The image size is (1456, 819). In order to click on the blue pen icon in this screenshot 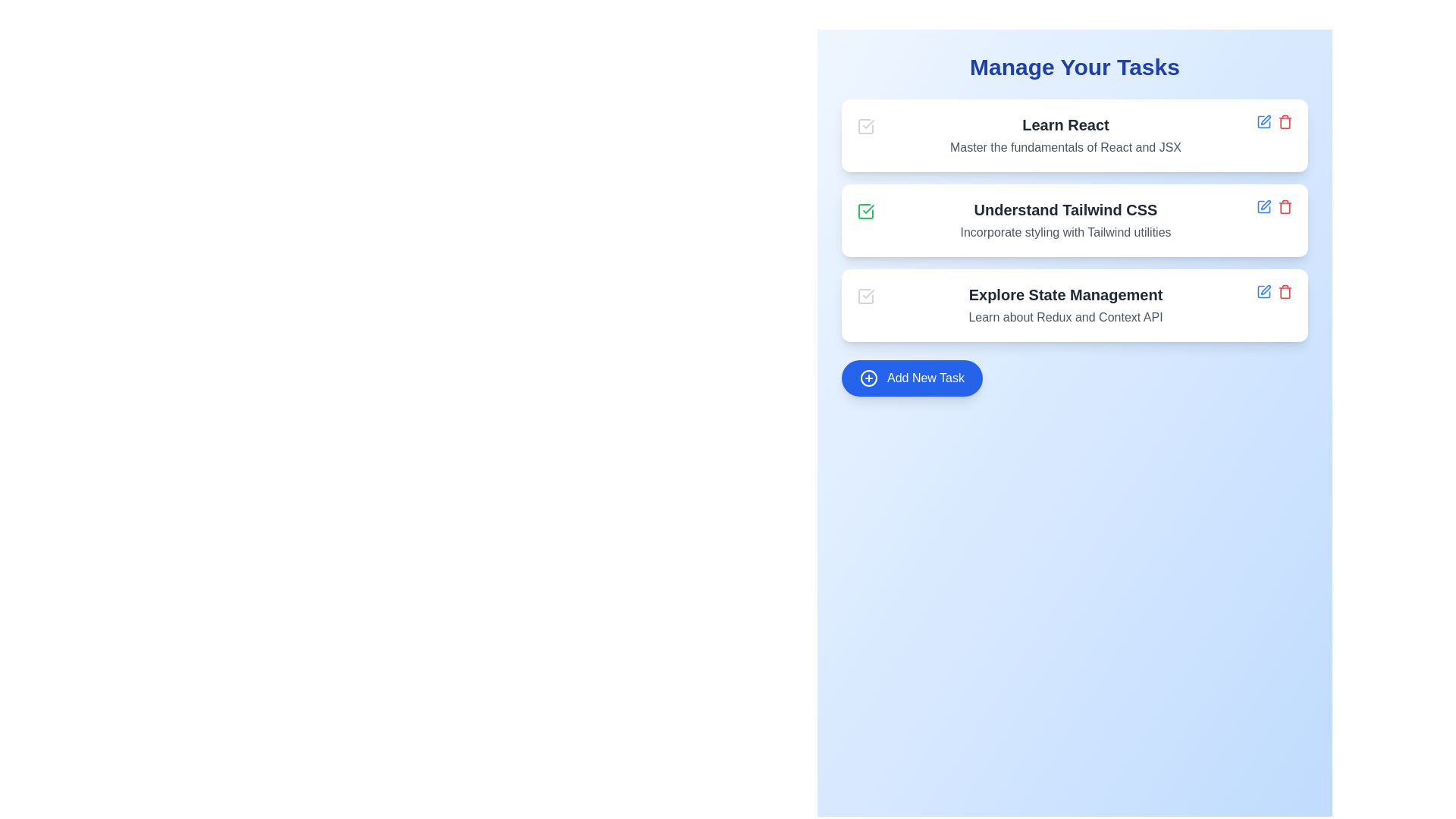, I will do `click(1263, 207)`.